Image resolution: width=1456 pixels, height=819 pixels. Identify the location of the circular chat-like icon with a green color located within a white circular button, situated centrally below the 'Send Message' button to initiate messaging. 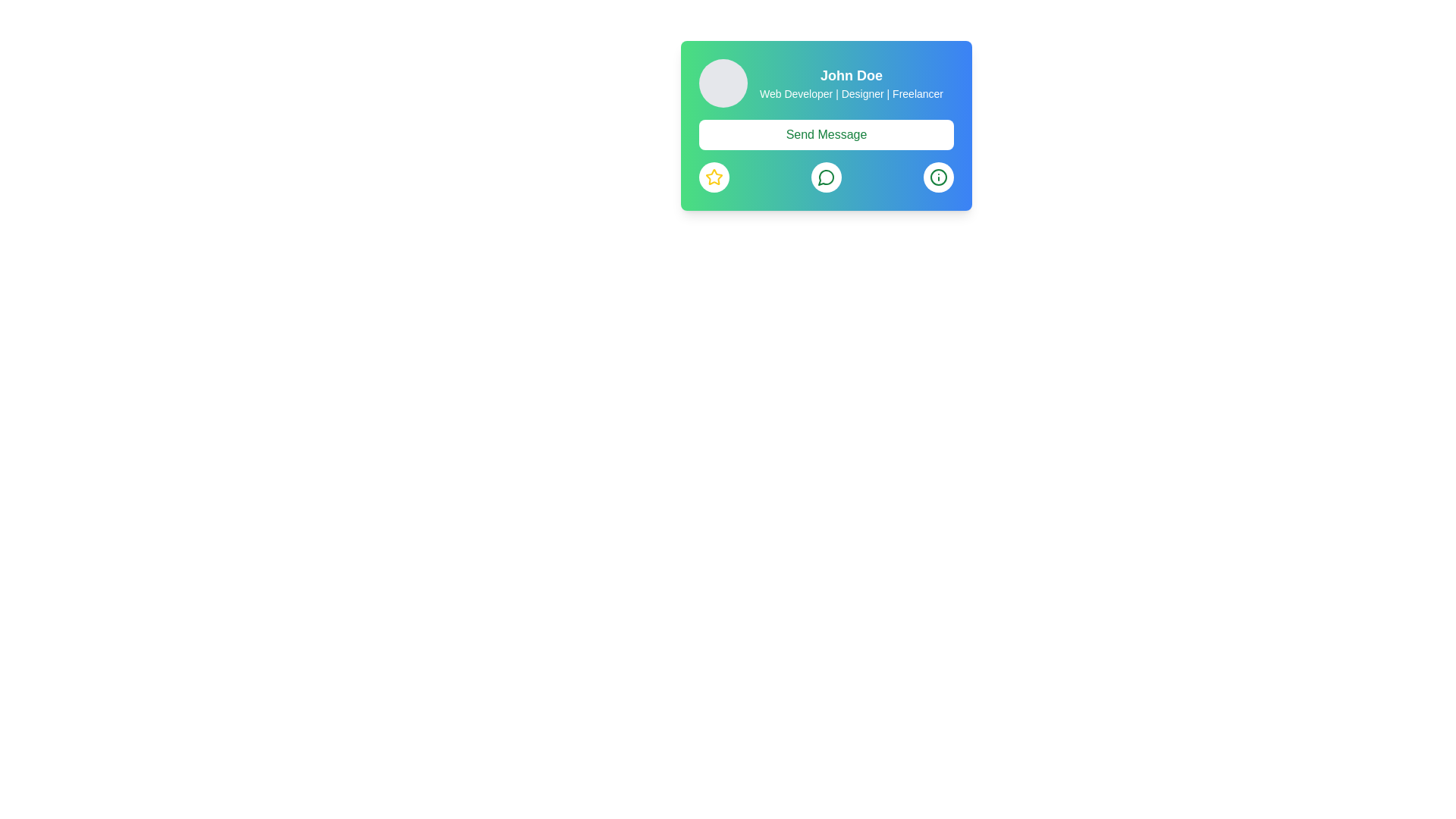
(825, 177).